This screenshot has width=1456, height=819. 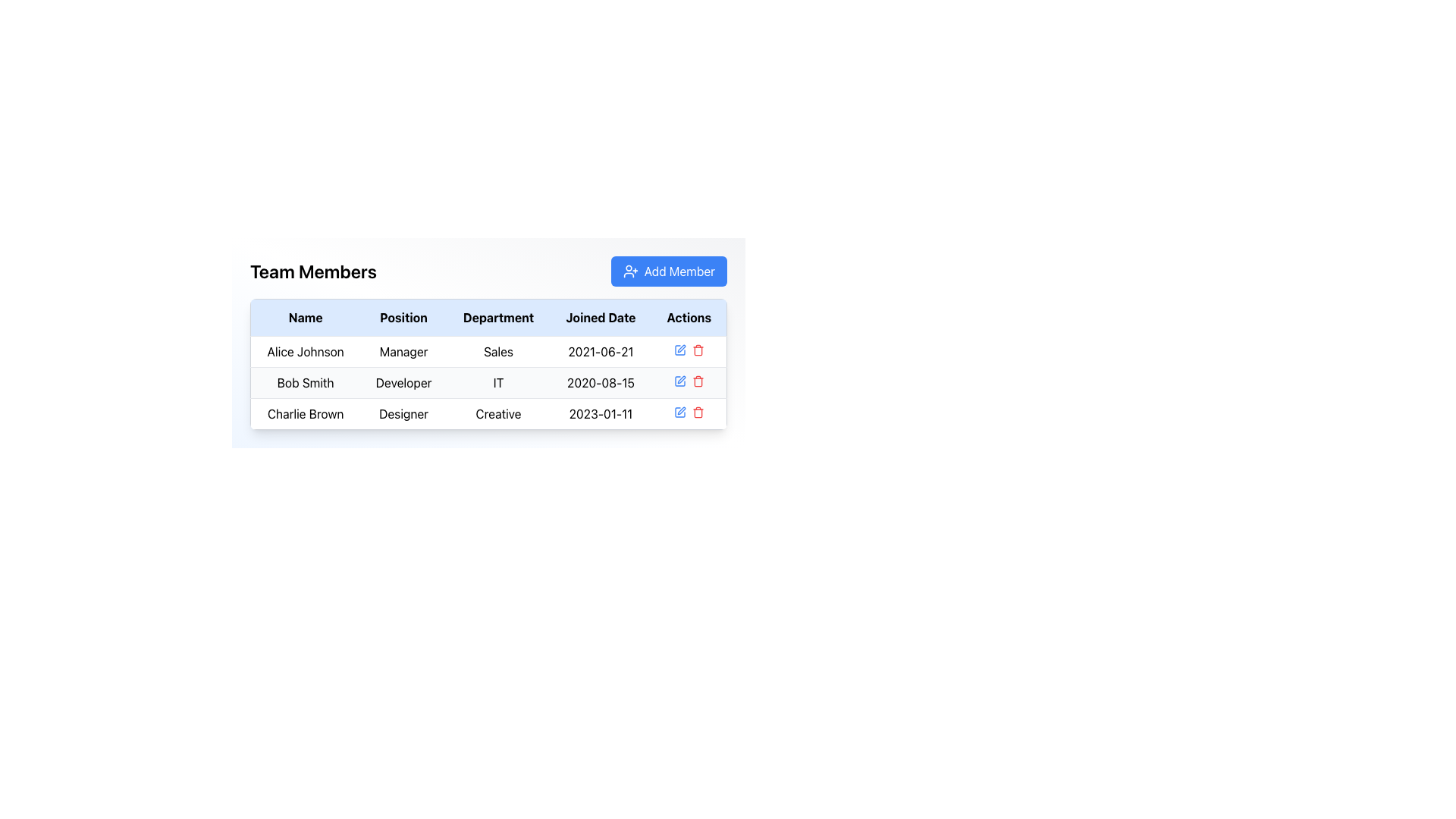 I want to click on the 'Edit' button located in the 'Actions' column of the second row in the 'Team Members' table, so click(x=680, y=348).